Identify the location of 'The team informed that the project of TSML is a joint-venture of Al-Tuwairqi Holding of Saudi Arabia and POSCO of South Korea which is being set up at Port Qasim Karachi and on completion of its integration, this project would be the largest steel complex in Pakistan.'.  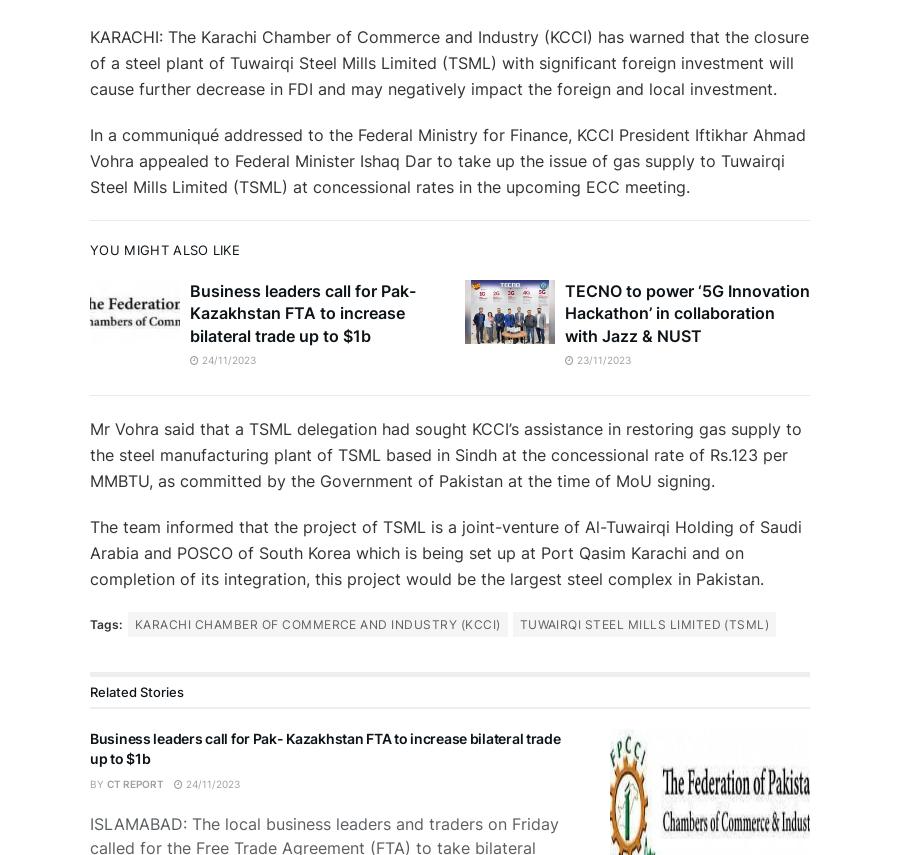
(446, 551).